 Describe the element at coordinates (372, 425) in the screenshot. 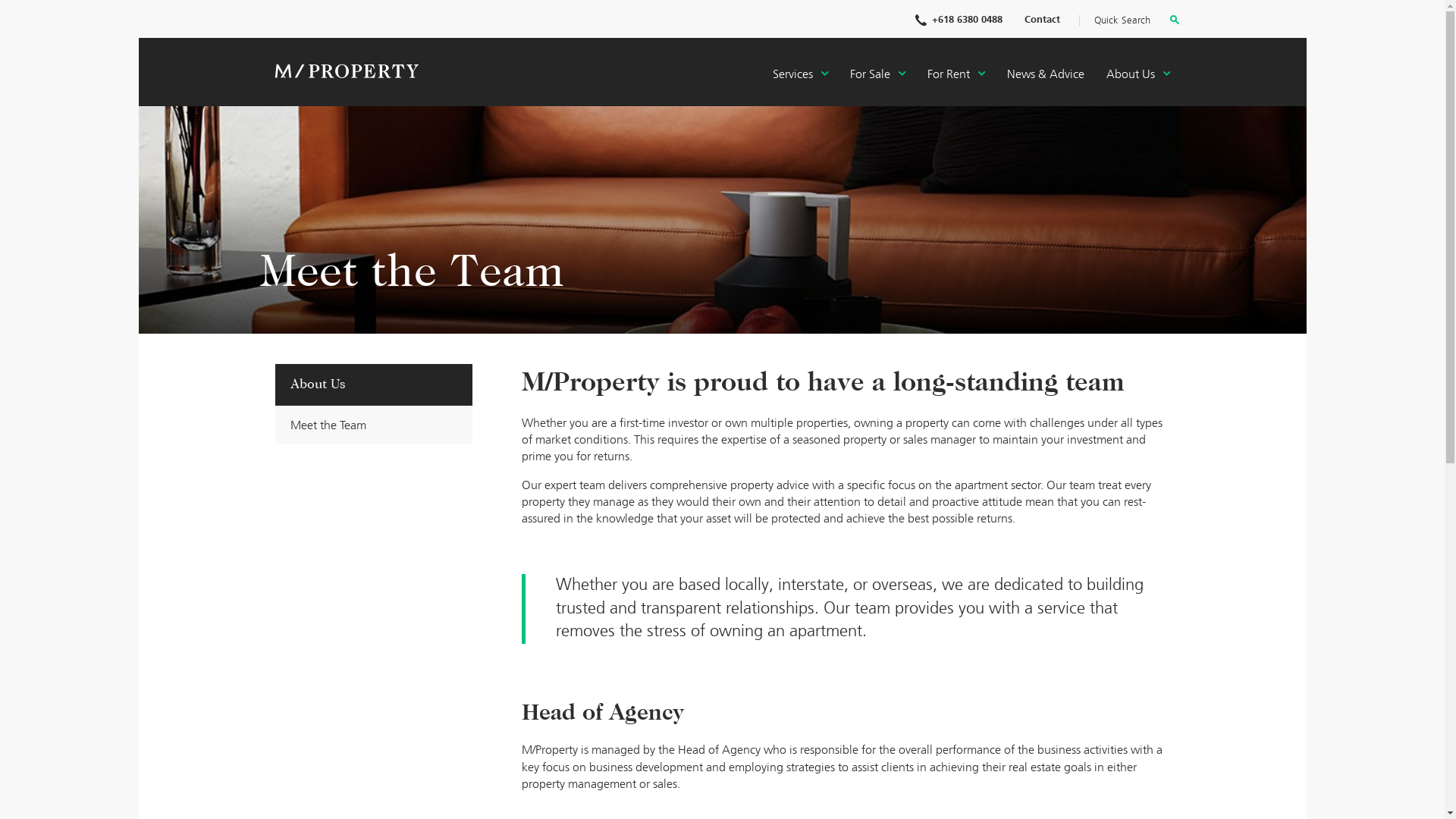

I see `'Meet the Team'` at that location.